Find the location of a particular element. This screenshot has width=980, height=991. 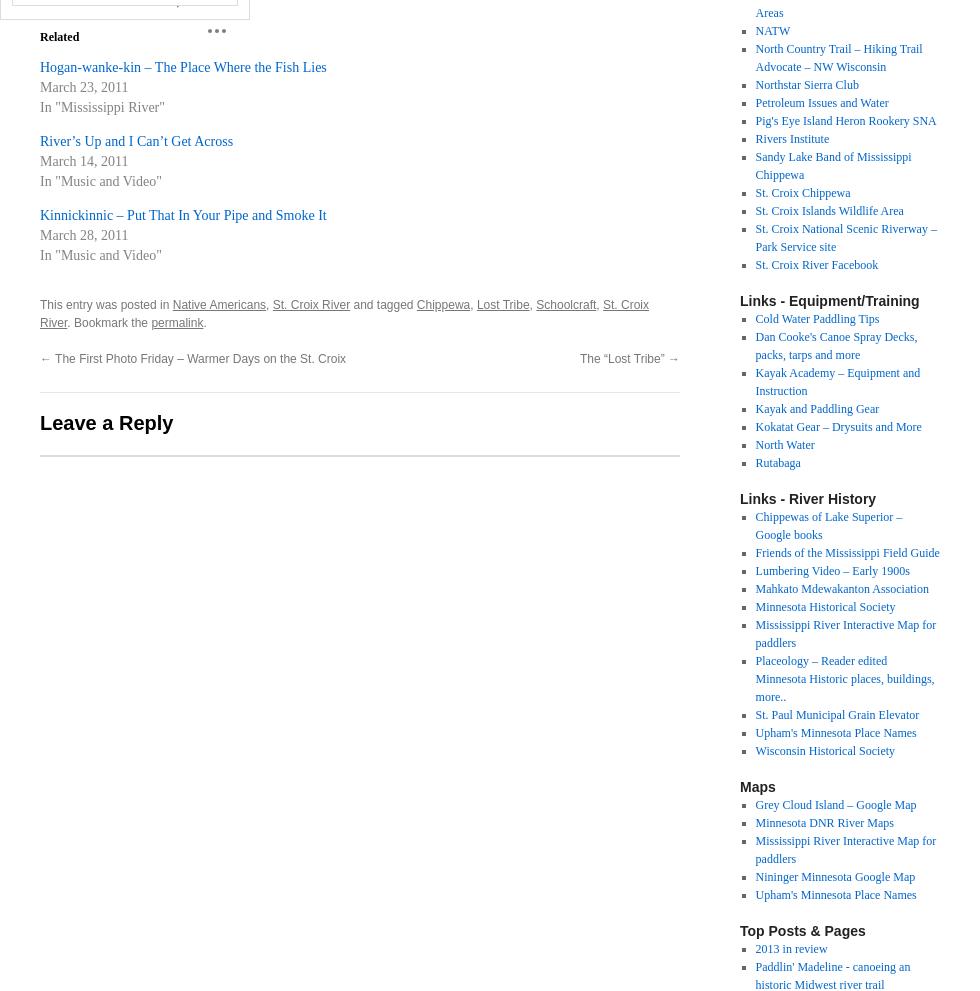

'Cold Water Paddling Tips' is located at coordinates (817, 319).